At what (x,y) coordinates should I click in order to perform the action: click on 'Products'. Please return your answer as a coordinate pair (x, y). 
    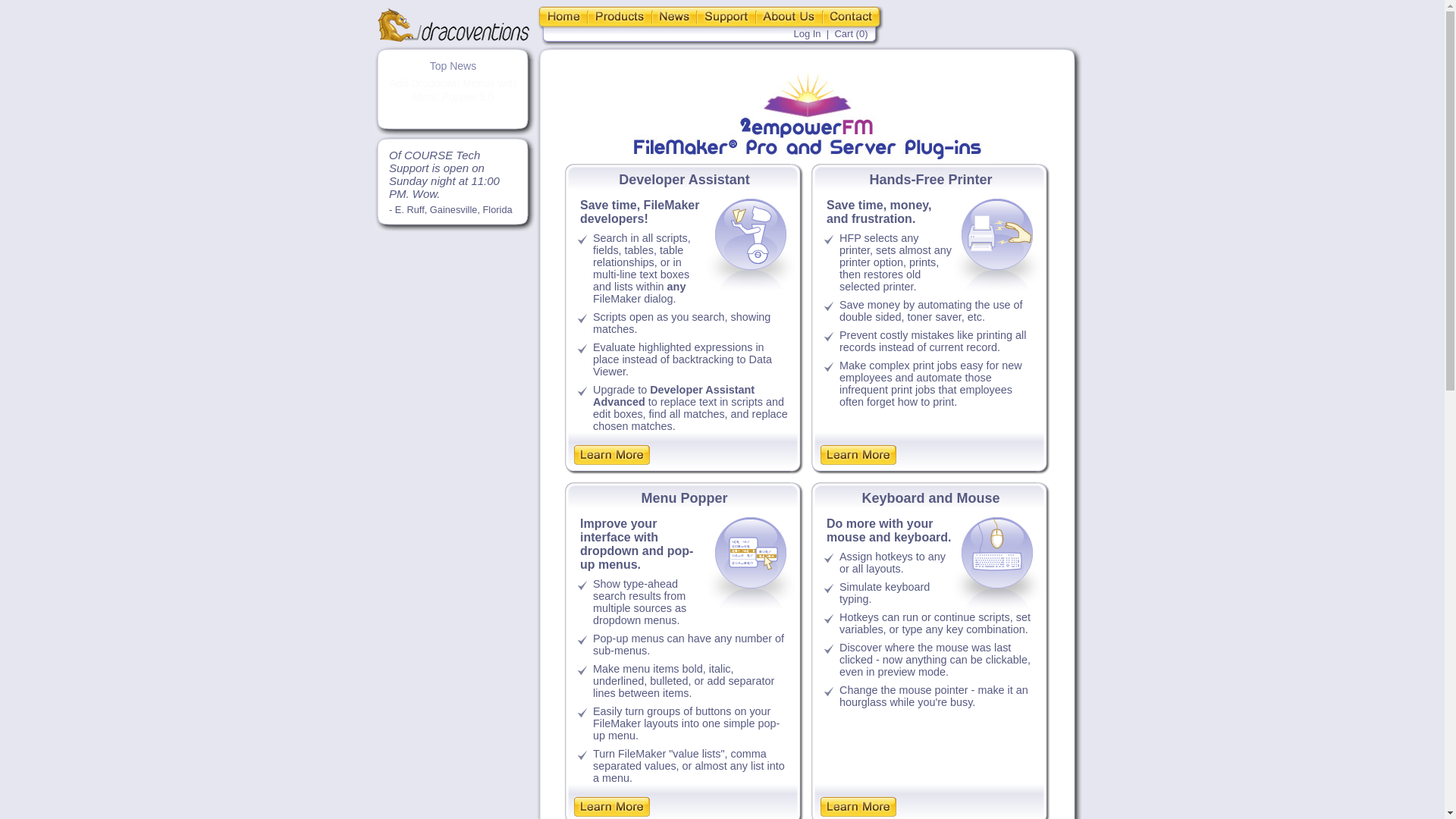
    Looking at the image, I should click on (619, 16).